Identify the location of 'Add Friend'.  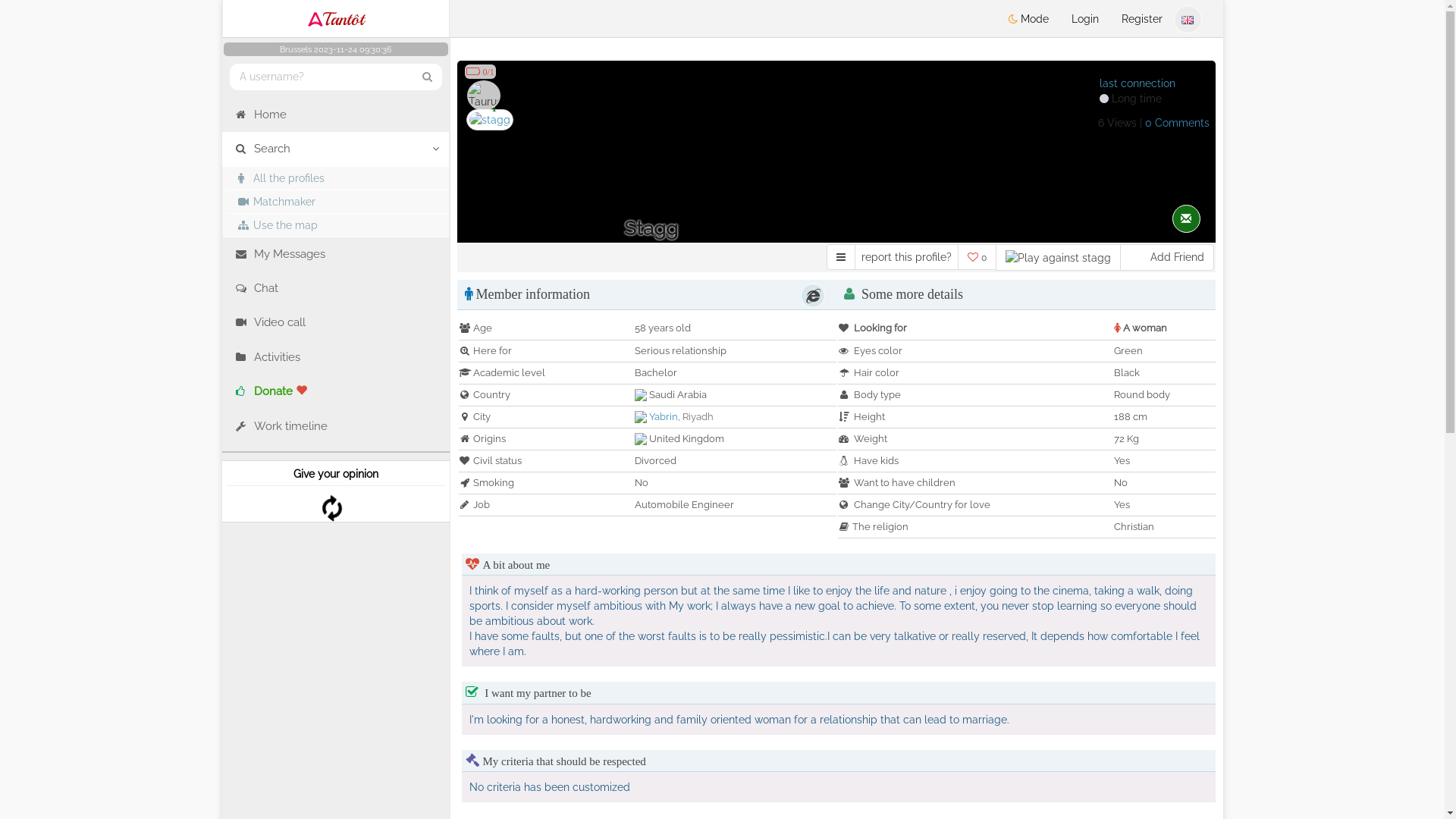
(1121, 256).